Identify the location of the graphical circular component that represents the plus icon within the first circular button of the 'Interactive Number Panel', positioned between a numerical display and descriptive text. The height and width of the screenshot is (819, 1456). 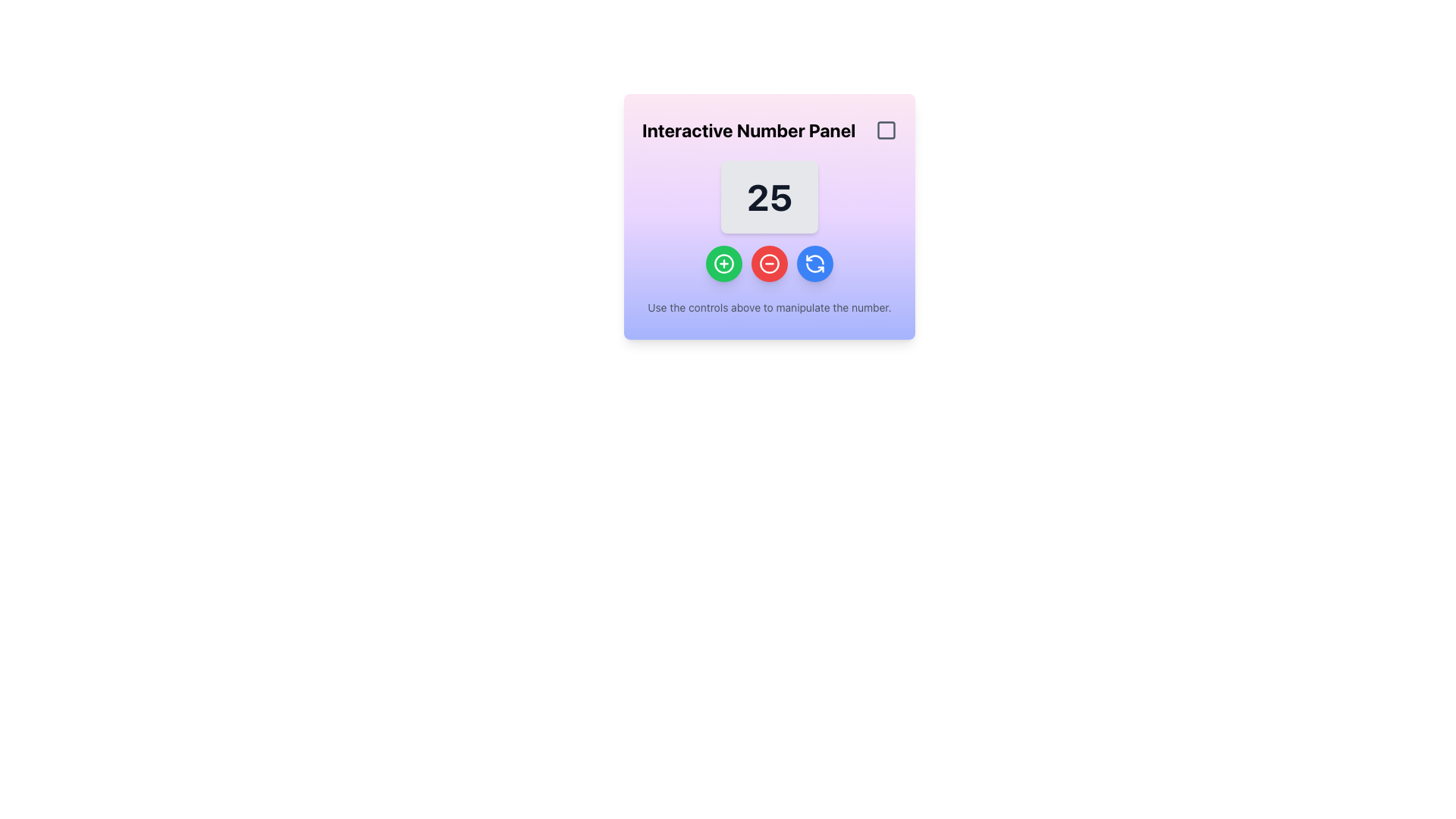
(723, 262).